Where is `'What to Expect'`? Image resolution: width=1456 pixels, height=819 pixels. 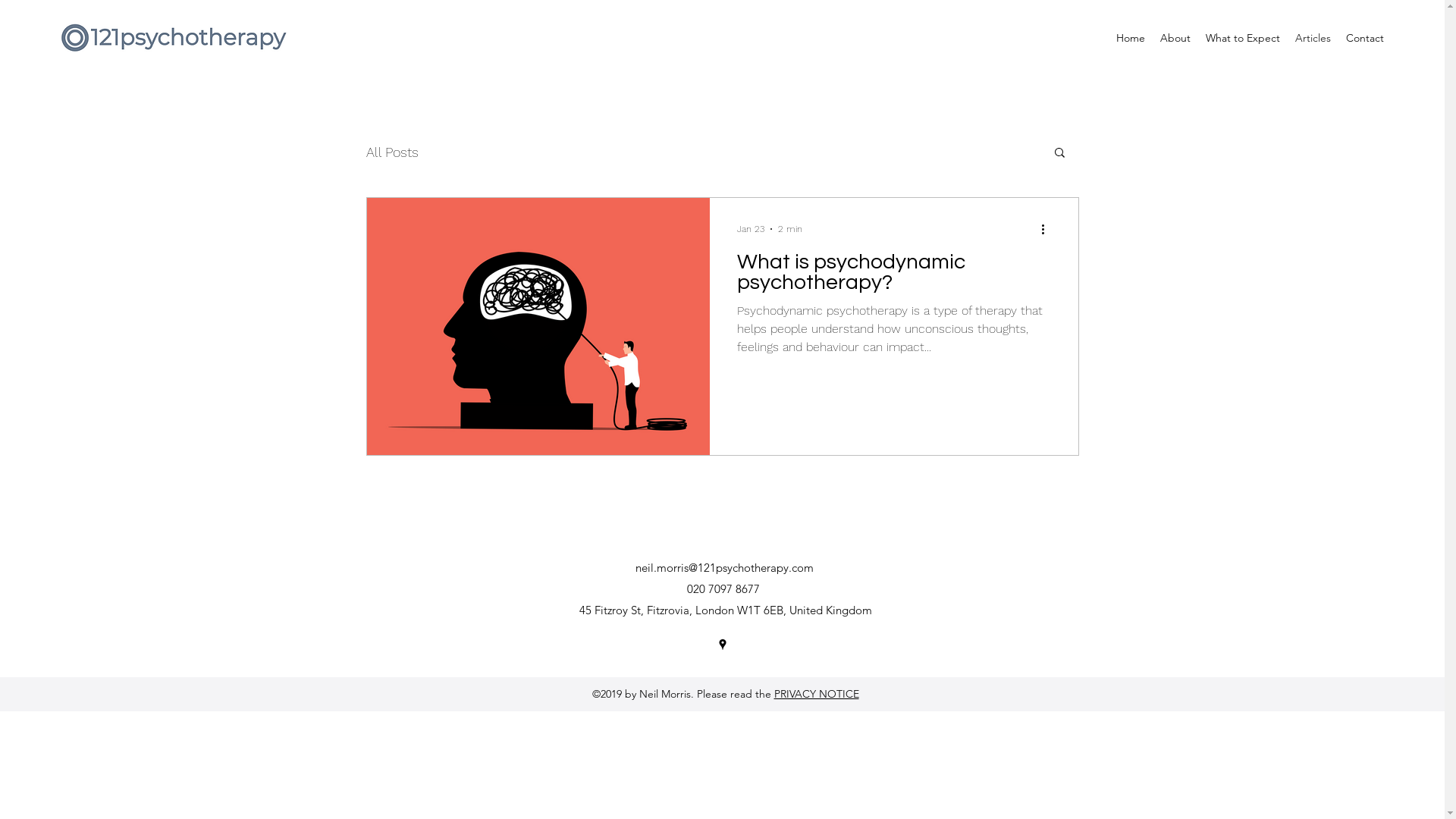
'What to Expect' is located at coordinates (1197, 37).